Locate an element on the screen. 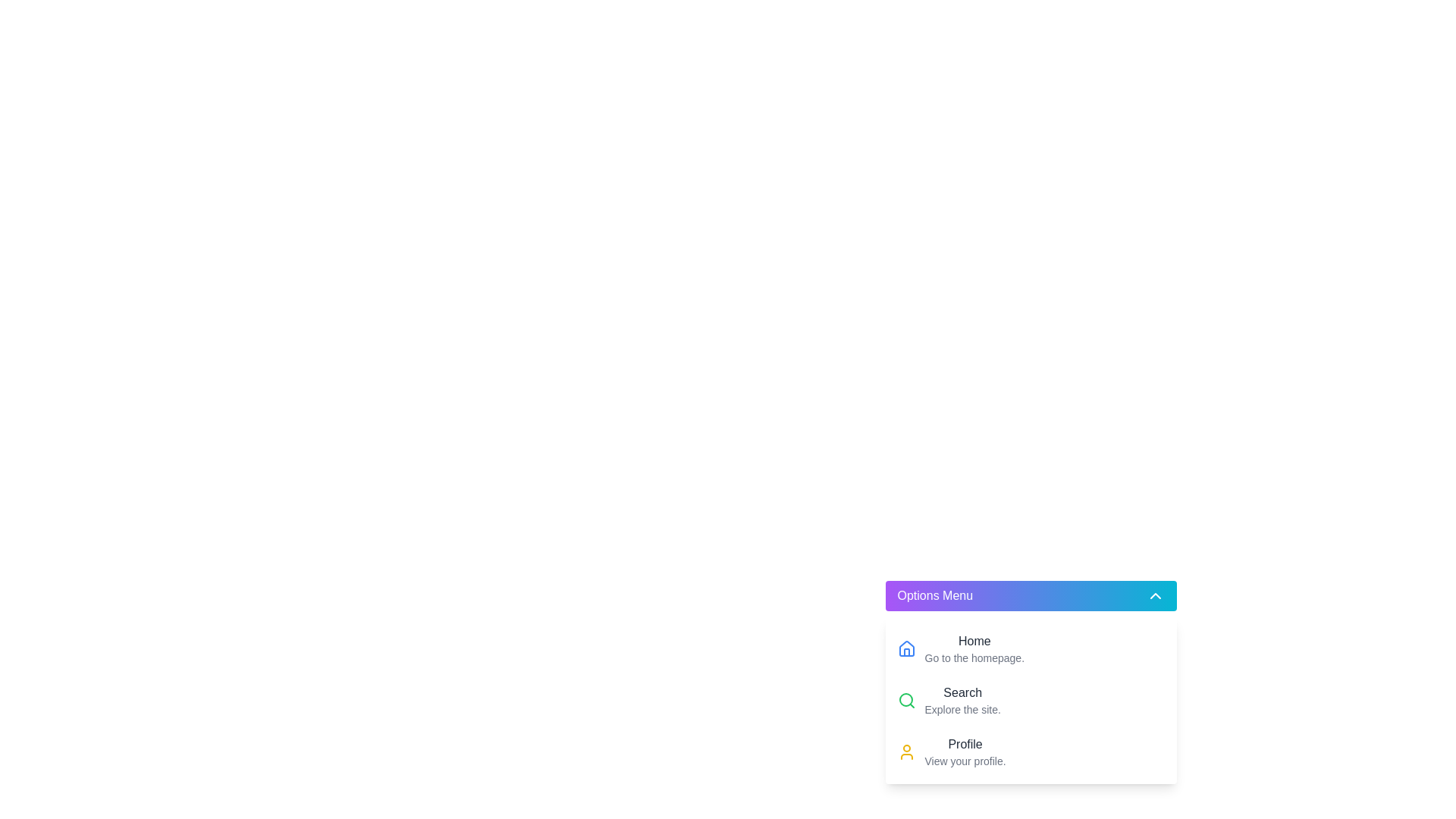  the 'Home' text label element, which is styled with a medium font weight and dark gray color, located at the center of the menu interface adjacent to a house icon is located at coordinates (974, 641).